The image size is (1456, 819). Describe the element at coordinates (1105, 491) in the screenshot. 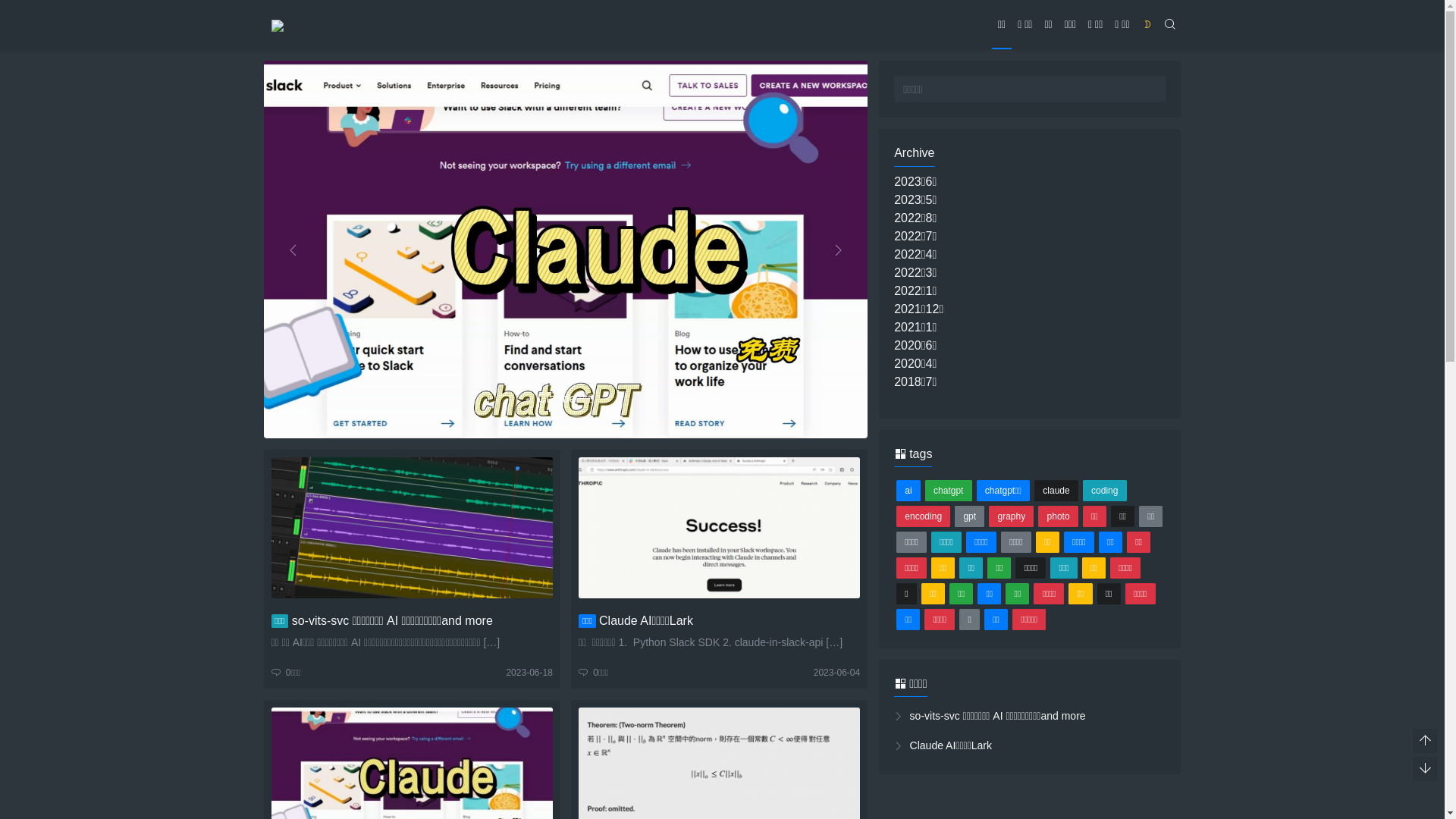

I see `'coding'` at that location.